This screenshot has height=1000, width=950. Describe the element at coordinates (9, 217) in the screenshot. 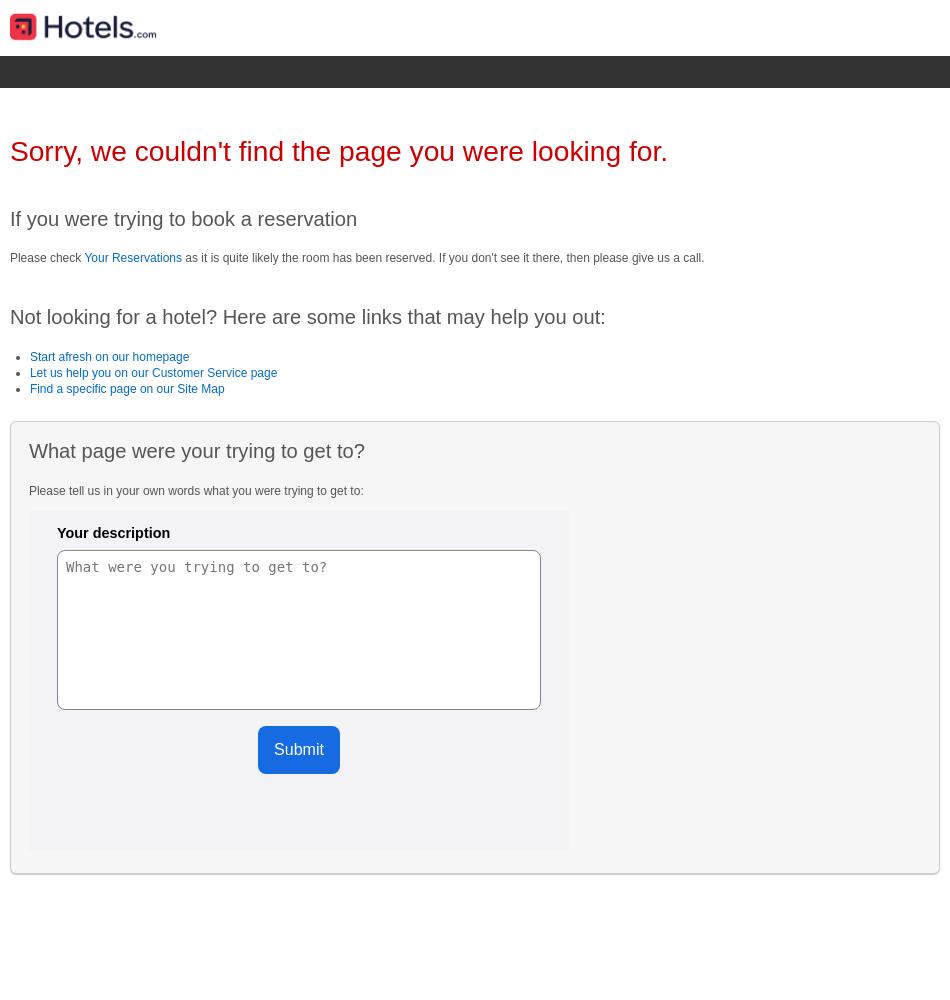

I see `'If you were trying to book a reservation'` at that location.